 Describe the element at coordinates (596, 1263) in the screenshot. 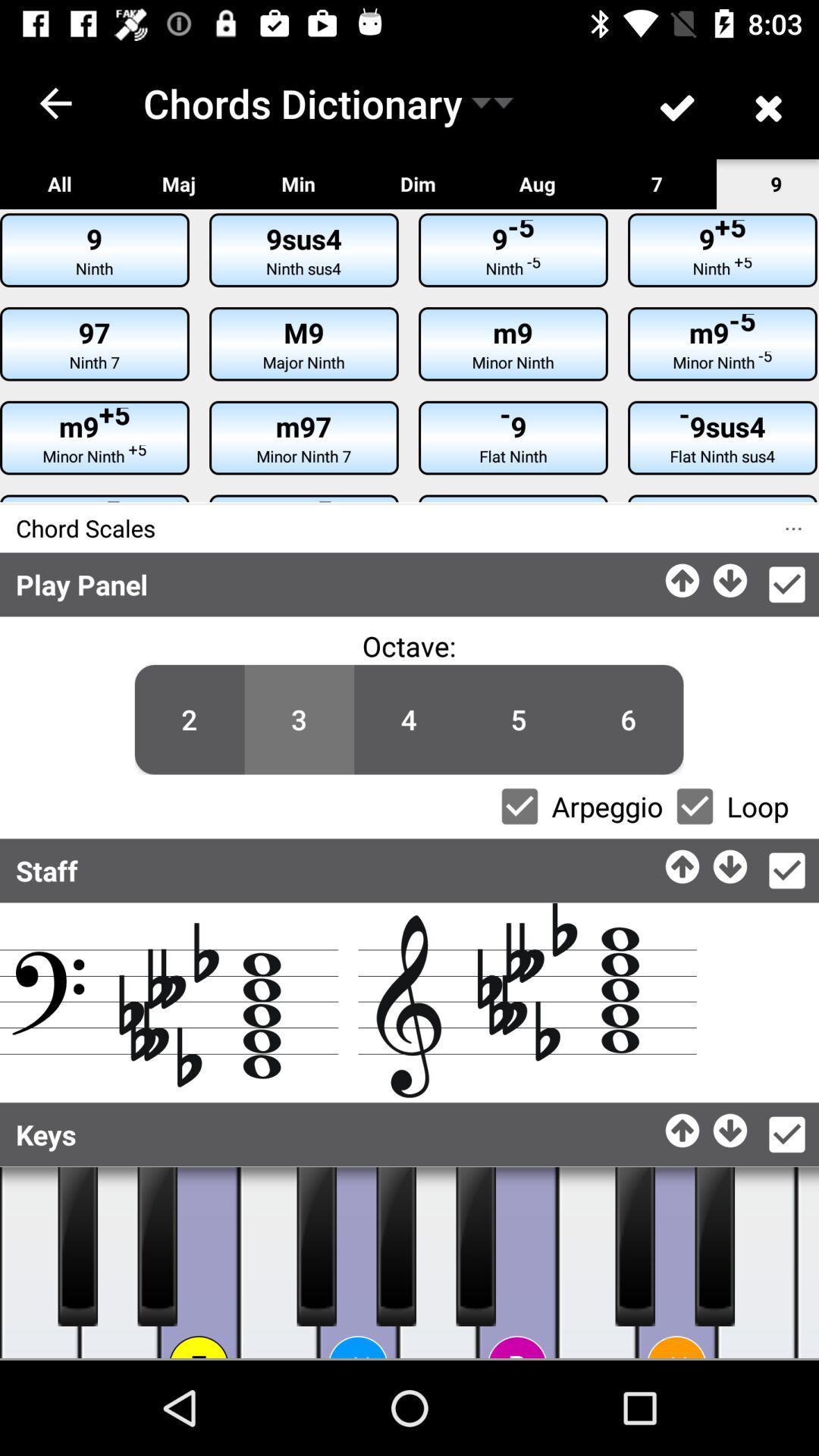

I see `click the piano button` at that location.